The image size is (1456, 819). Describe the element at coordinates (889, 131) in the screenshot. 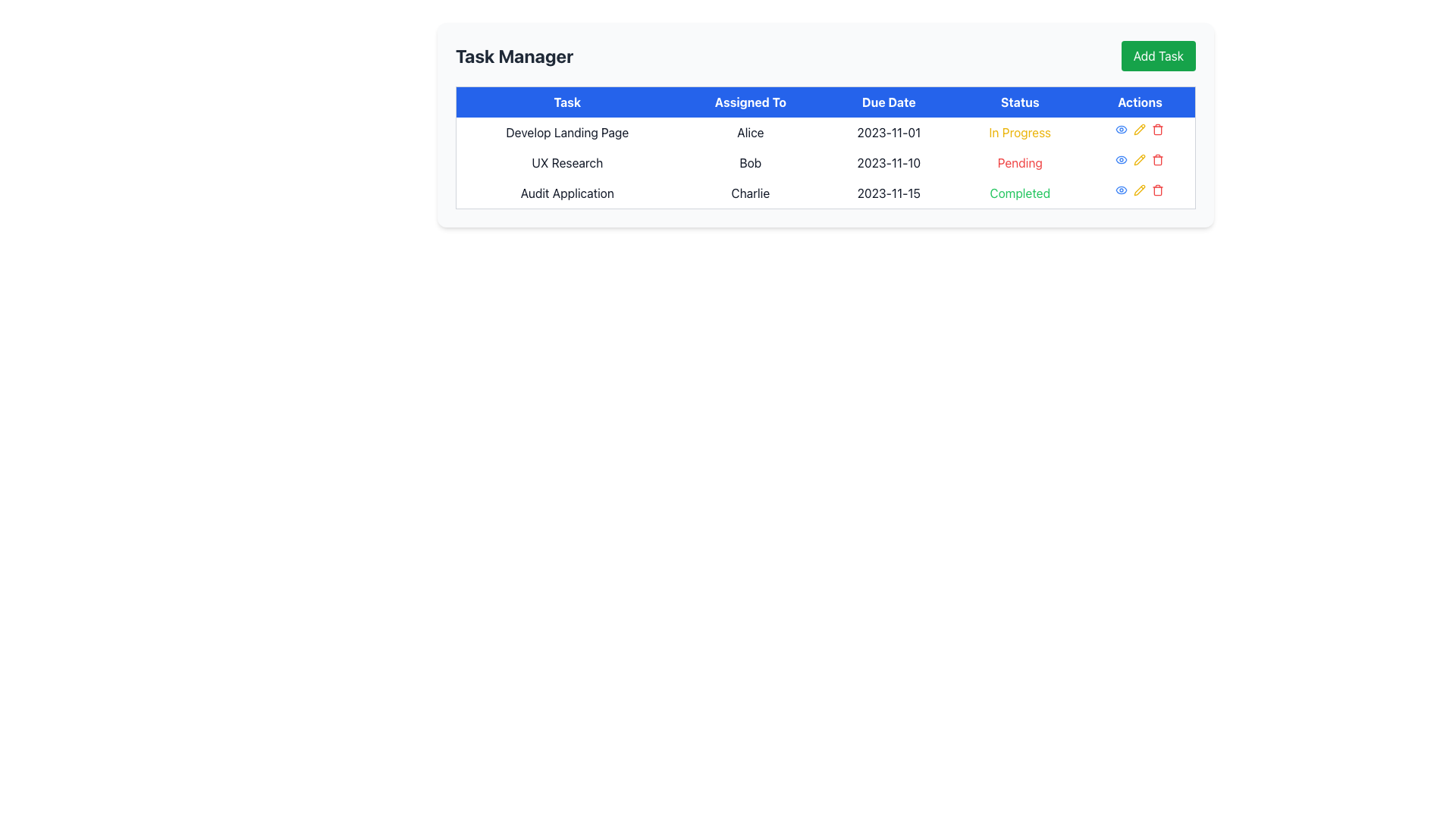

I see `the label displaying the date '2023-11-01' in the due date column of the task table, located between the 'Assigned To' column and the 'Status' column` at that location.